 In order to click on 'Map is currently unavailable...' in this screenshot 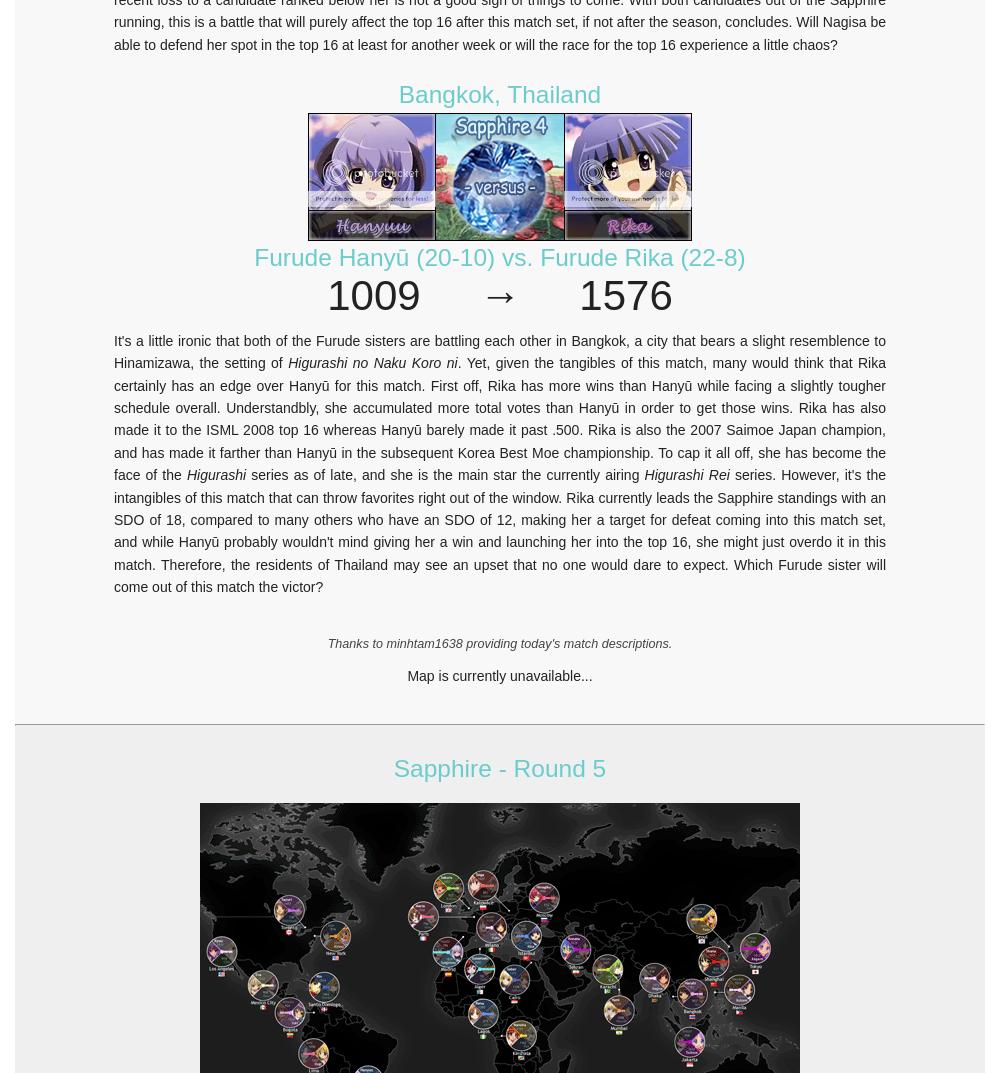, I will do `click(407, 675)`.